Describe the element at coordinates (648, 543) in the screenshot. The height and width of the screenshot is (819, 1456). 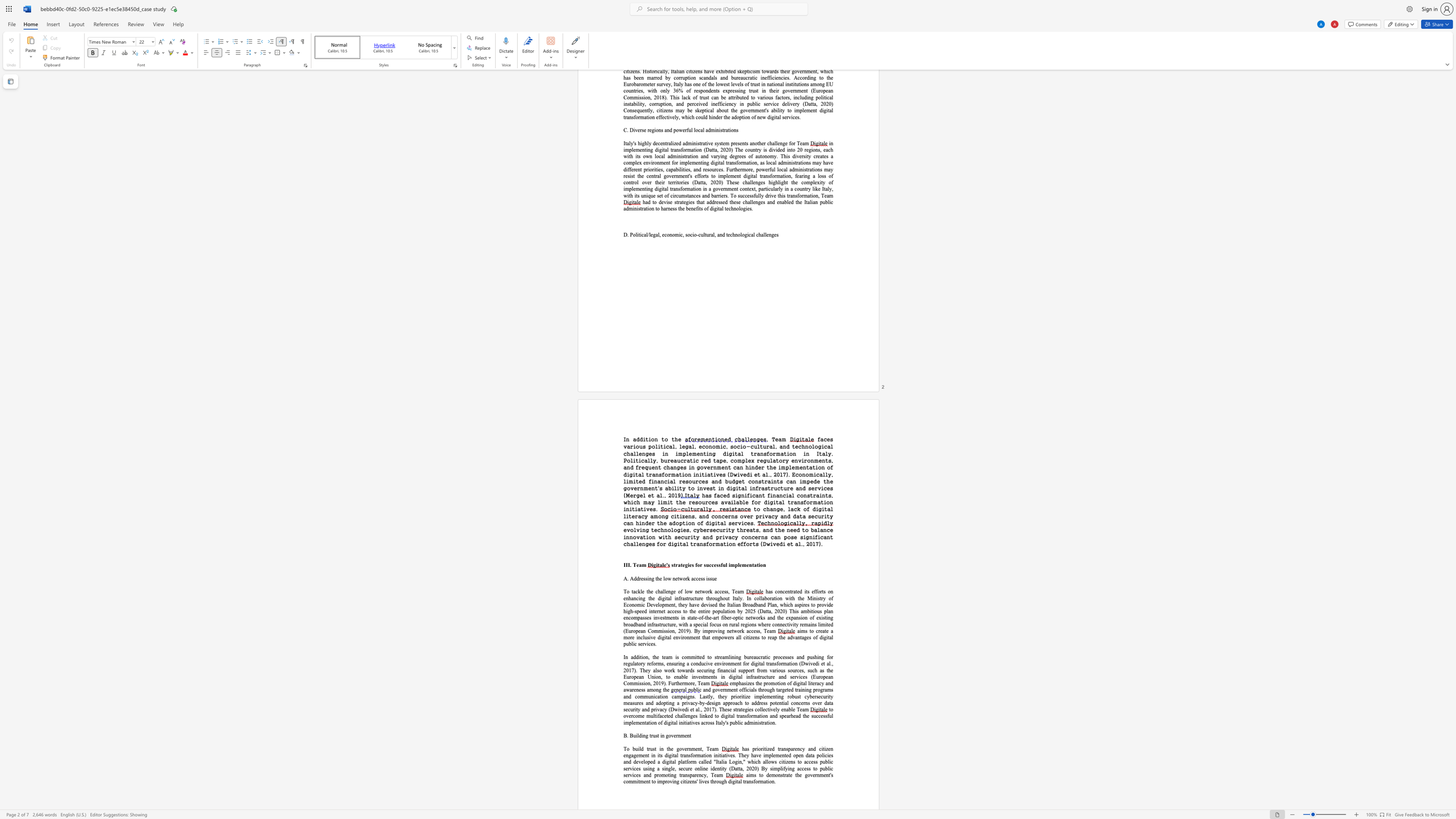
I see `the subset text "es for digital transformat" within the text "challenges for digital transformation efforts (Dwivedi et al., 2017)."` at that location.